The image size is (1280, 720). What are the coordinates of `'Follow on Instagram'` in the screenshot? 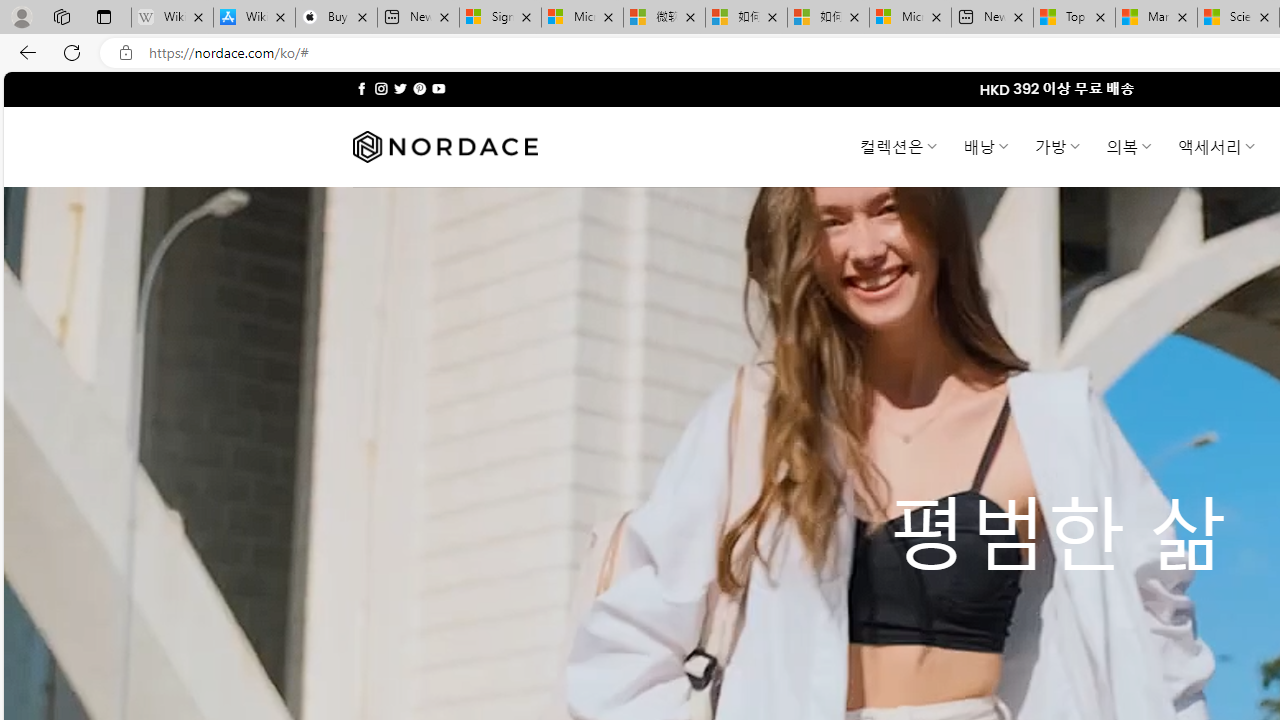 It's located at (381, 88).